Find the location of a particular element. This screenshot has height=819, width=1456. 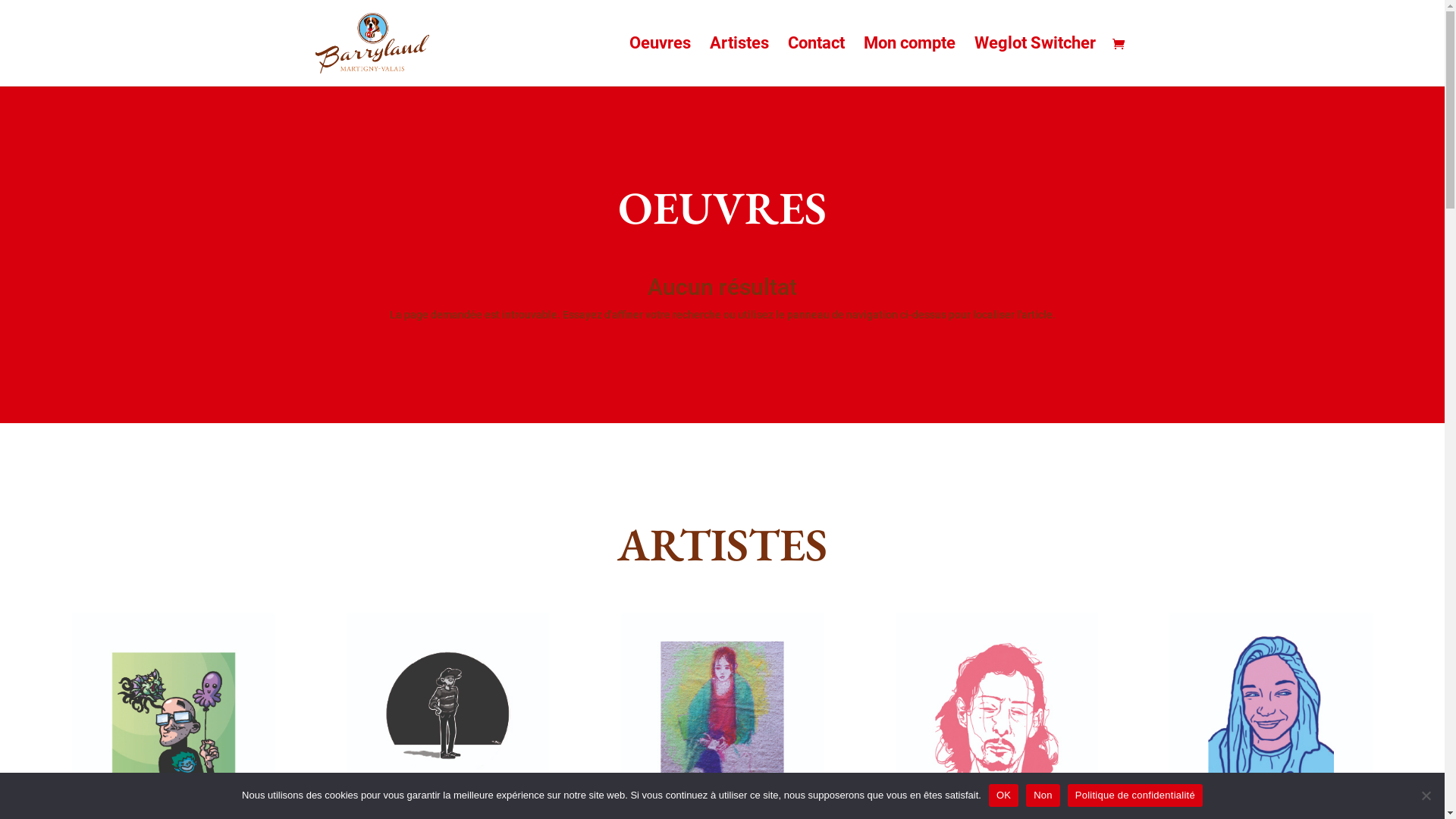

'Mon compte' is located at coordinates (862, 61).